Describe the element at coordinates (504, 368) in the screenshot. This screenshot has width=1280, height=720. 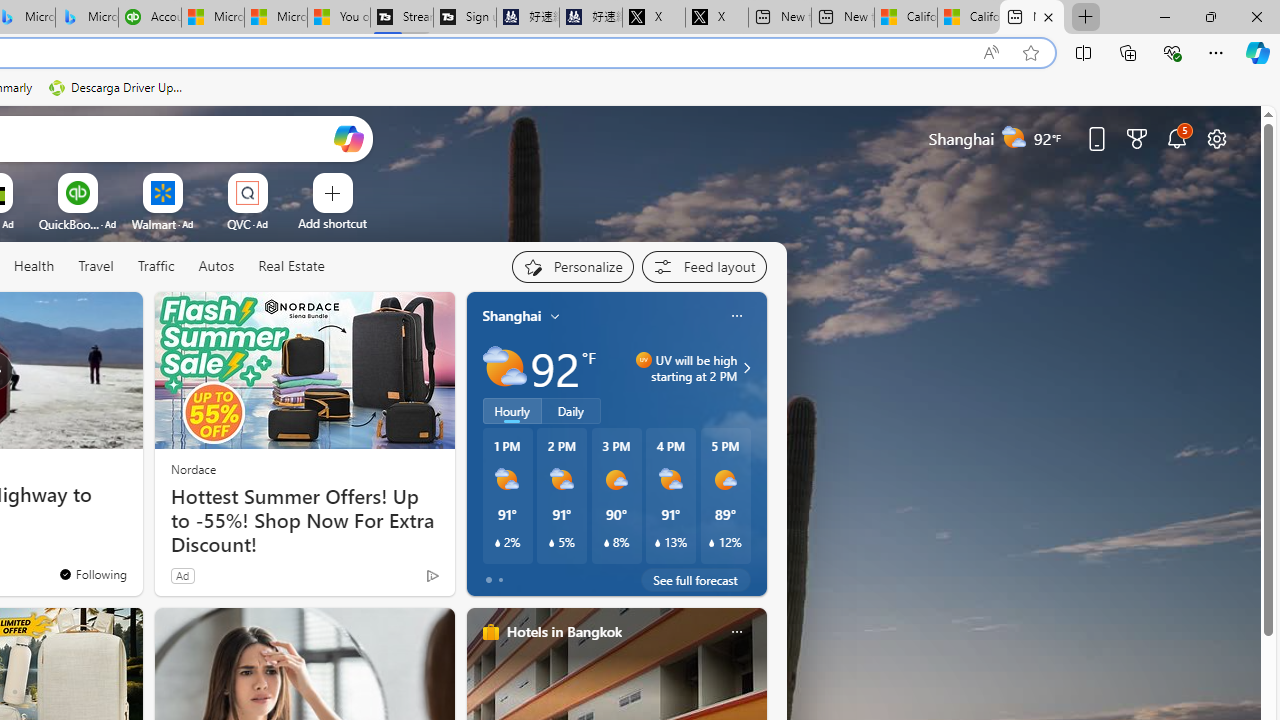
I see `'Partly sunny'` at that location.